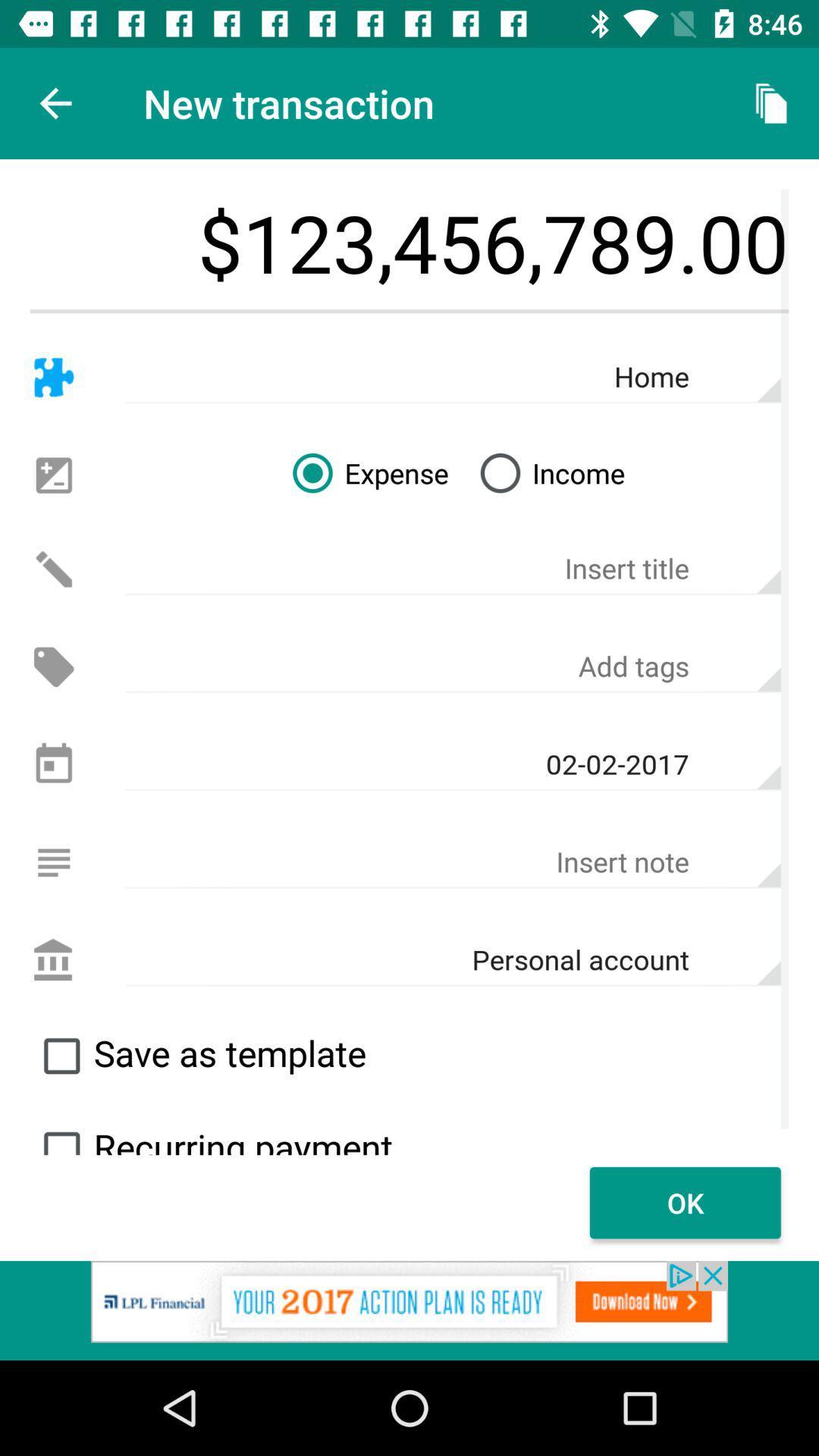 The image size is (819, 1456). I want to click on insert, so click(53, 862).